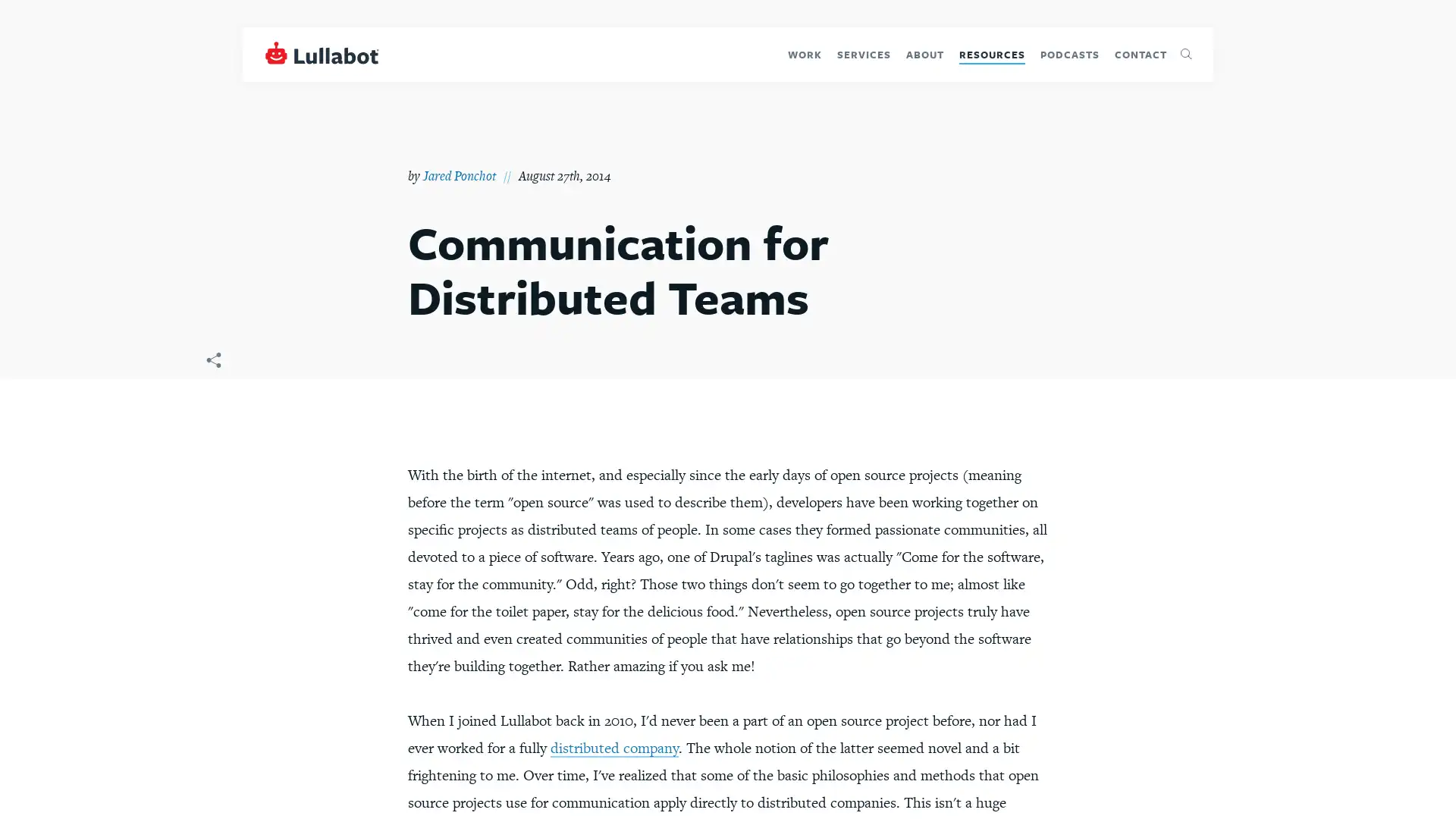 This screenshot has width=1456, height=819. I want to click on Tweet on Twitter, so click(201, 425).